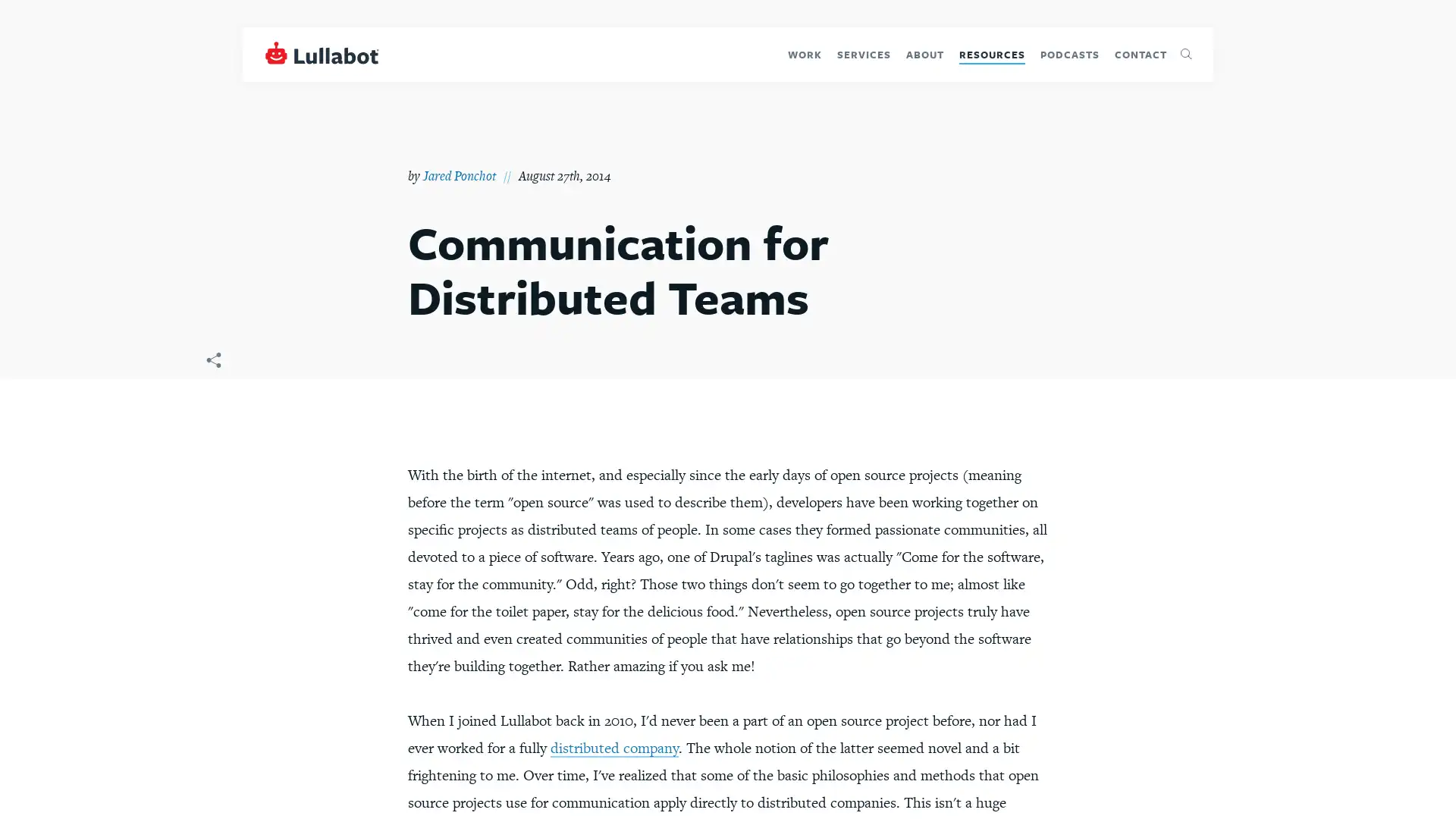 This screenshot has width=1456, height=819. I want to click on Tweet on Twitter, so click(201, 425).